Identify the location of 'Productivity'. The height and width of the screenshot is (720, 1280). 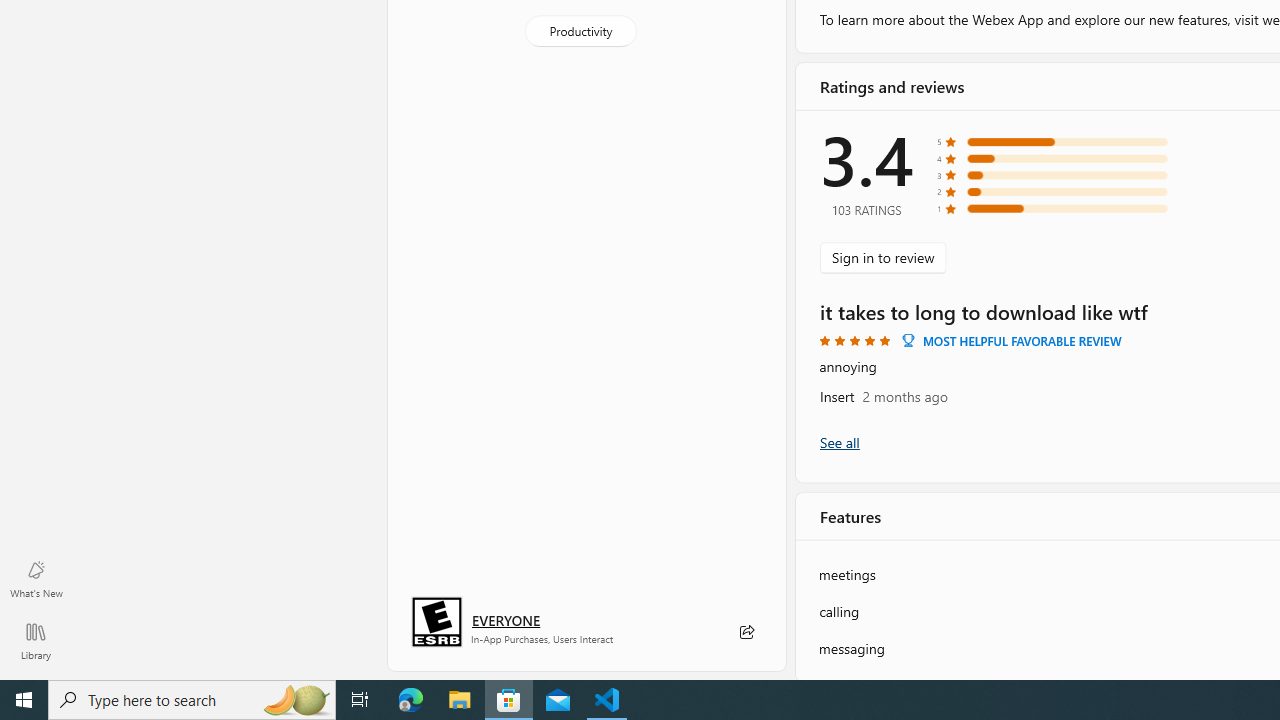
(578, 30).